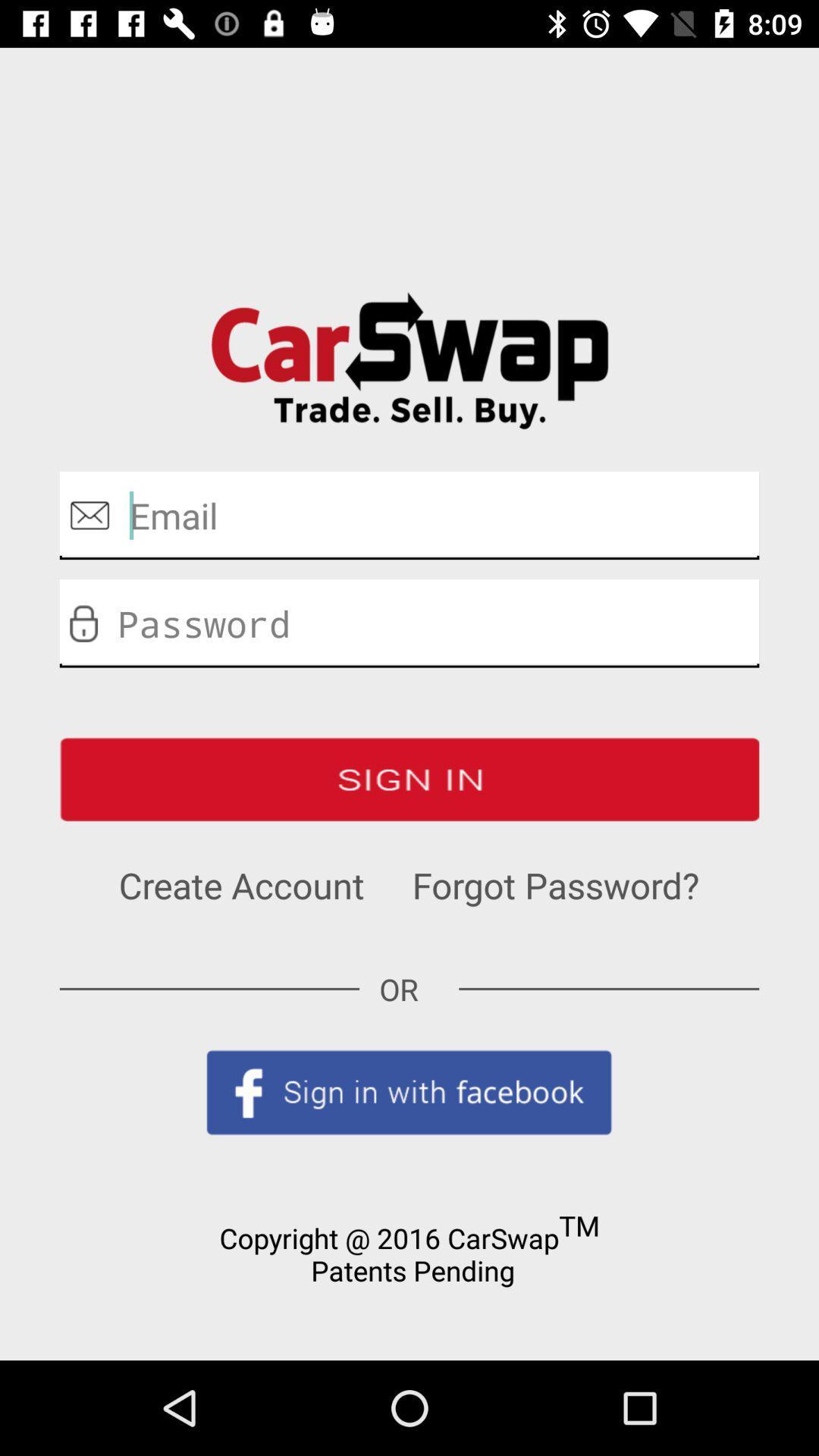  I want to click on sign in to the account in the application car swap, so click(409, 779).